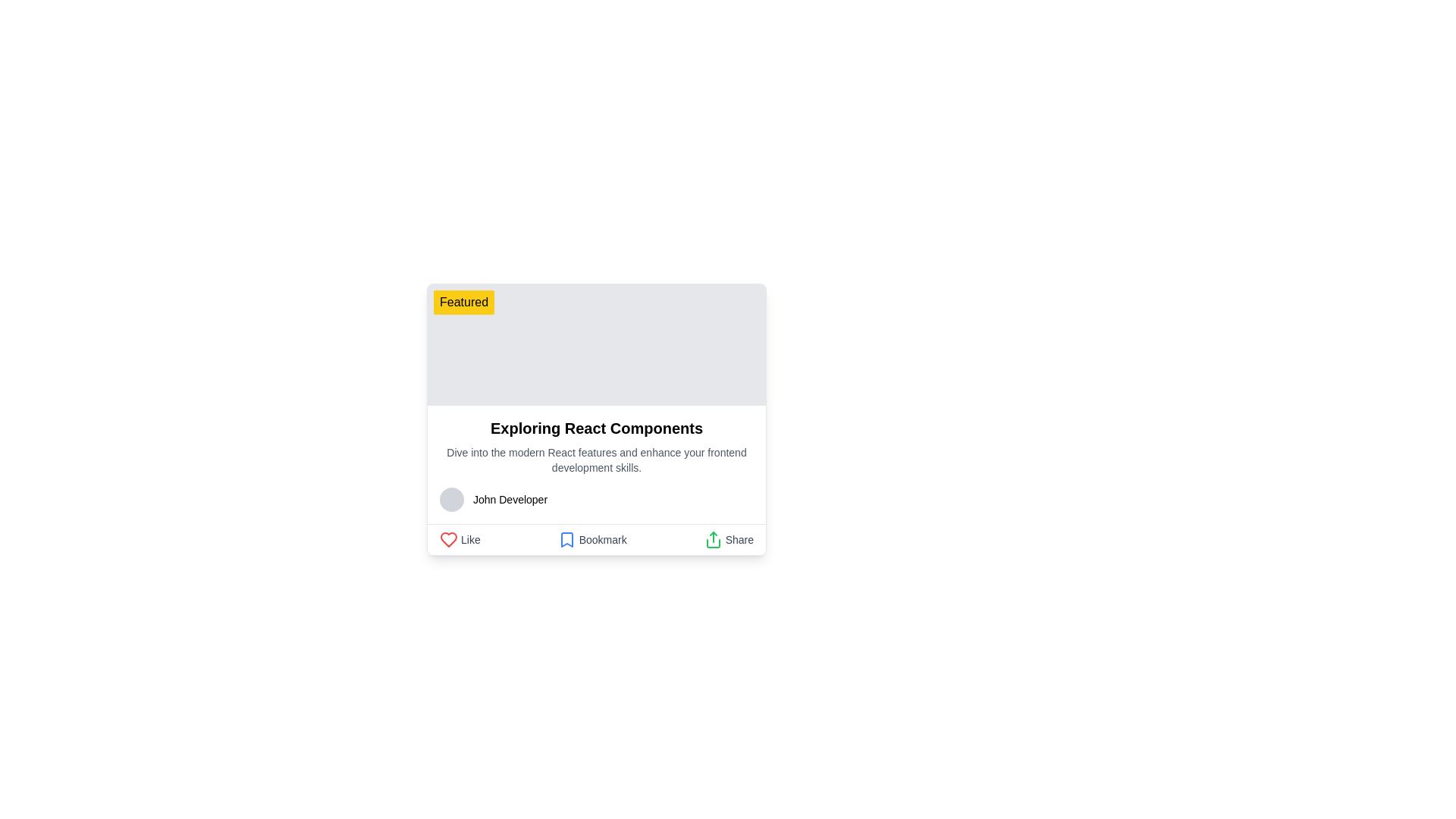 This screenshot has height=819, width=1456. What do you see at coordinates (566, 539) in the screenshot?
I see `the blue bookmark icon in the middle of the horizontal icon set located below the 'Exploring React Components' section` at bounding box center [566, 539].